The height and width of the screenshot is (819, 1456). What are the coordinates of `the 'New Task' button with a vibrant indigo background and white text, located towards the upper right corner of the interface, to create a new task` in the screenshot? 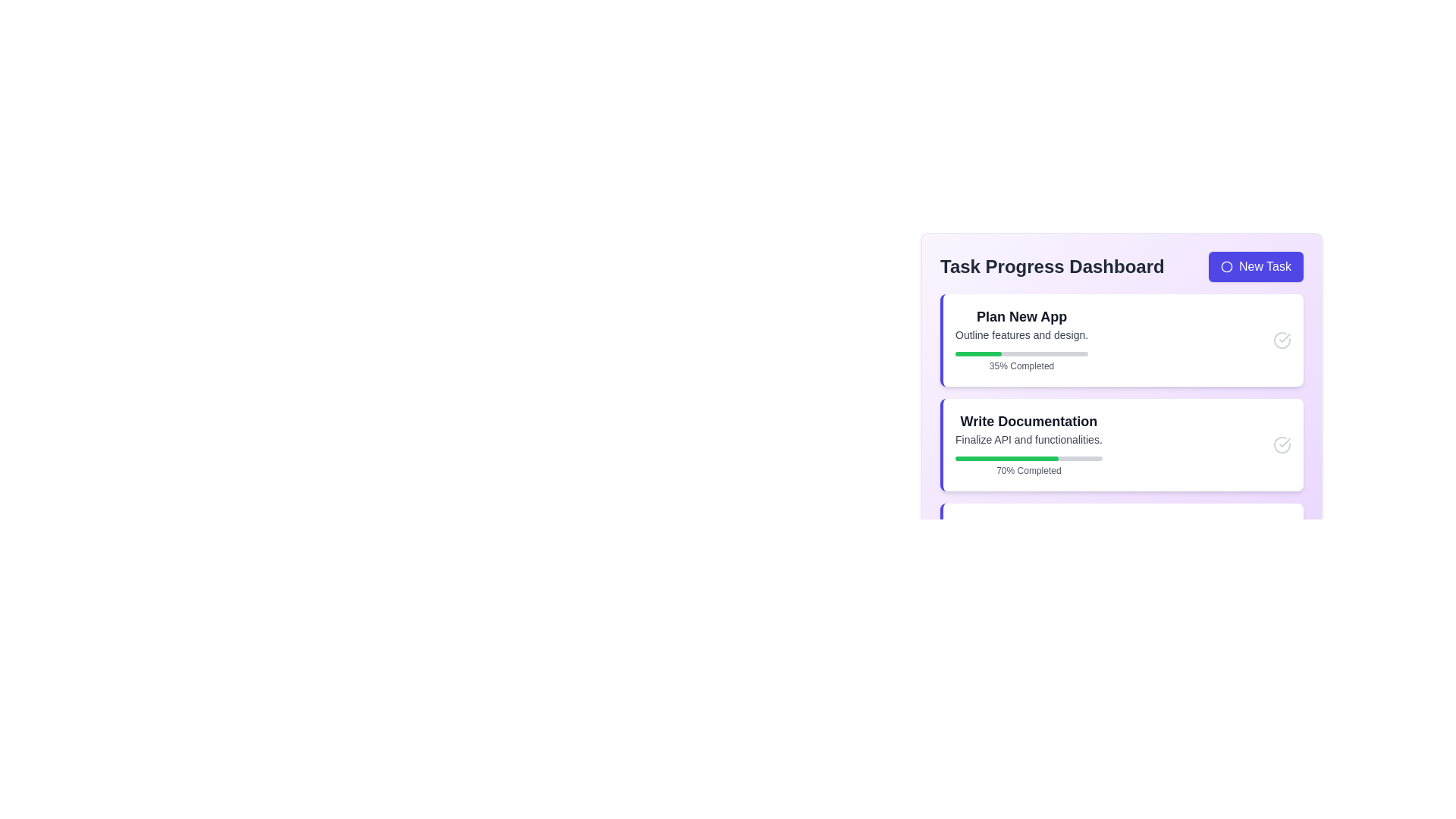 It's located at (1256, 265).